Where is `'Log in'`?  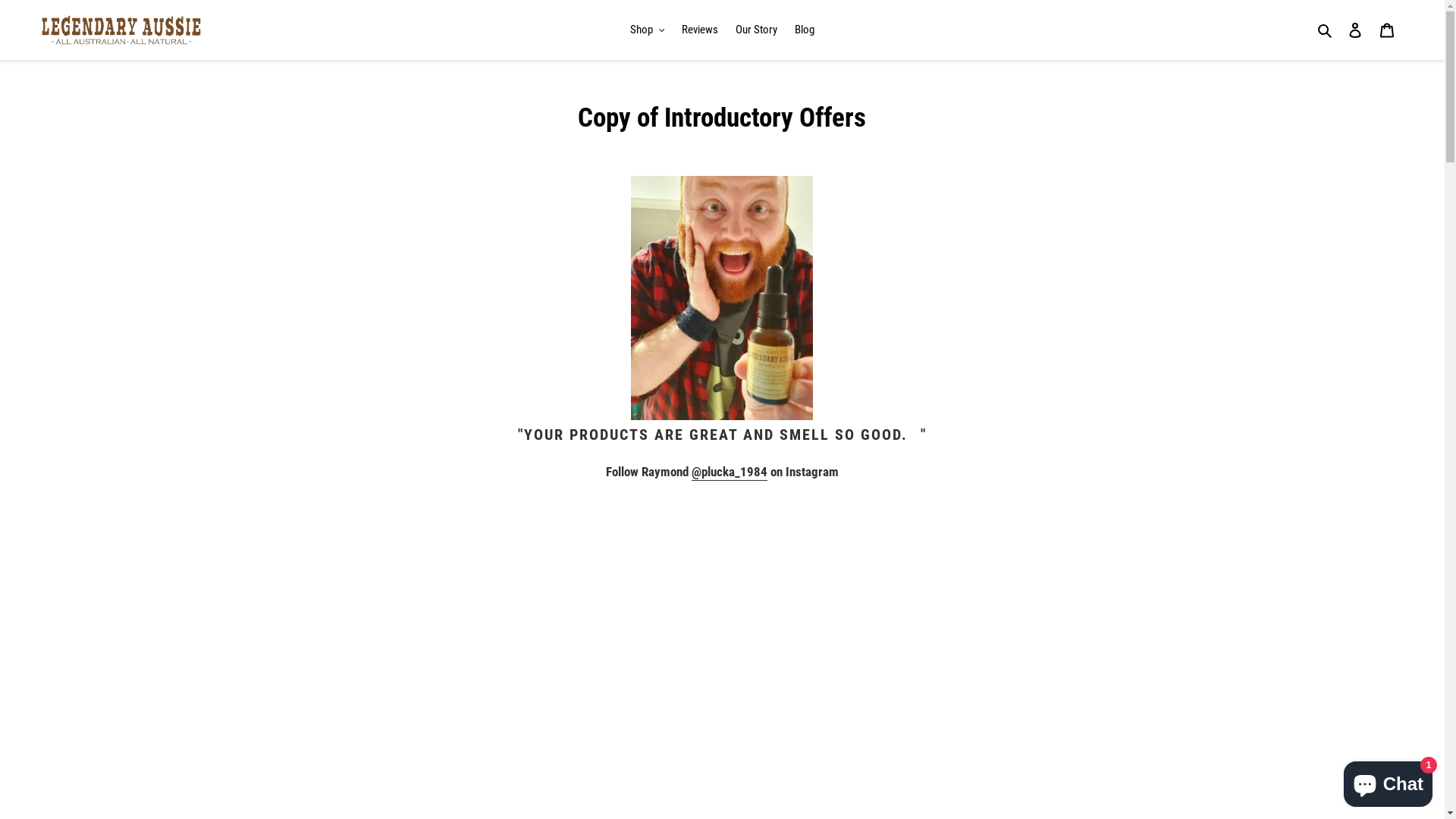
'Log in' is located at coordinates (1354, 30).